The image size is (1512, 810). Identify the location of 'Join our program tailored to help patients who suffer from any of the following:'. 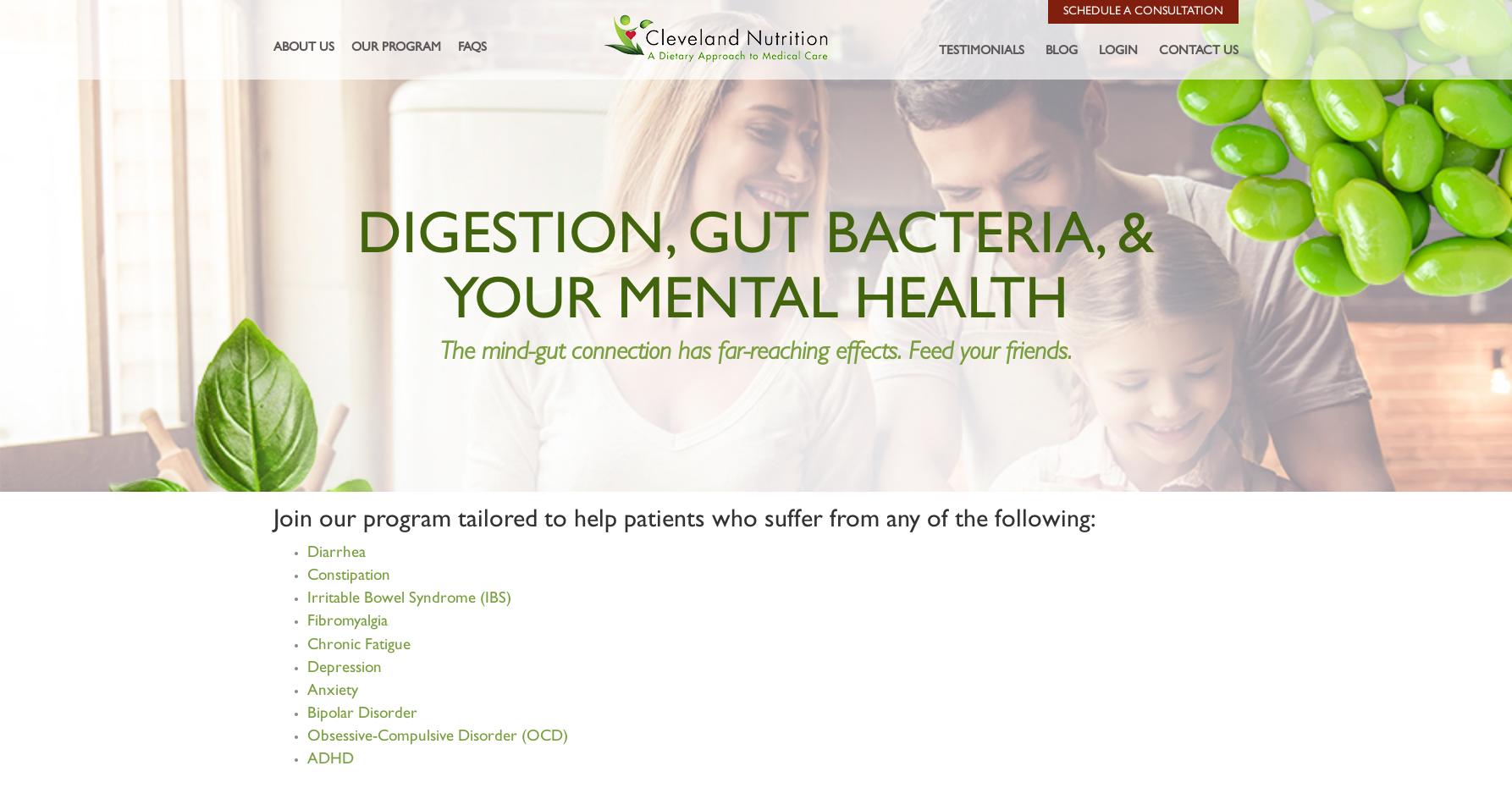
(684, 519).